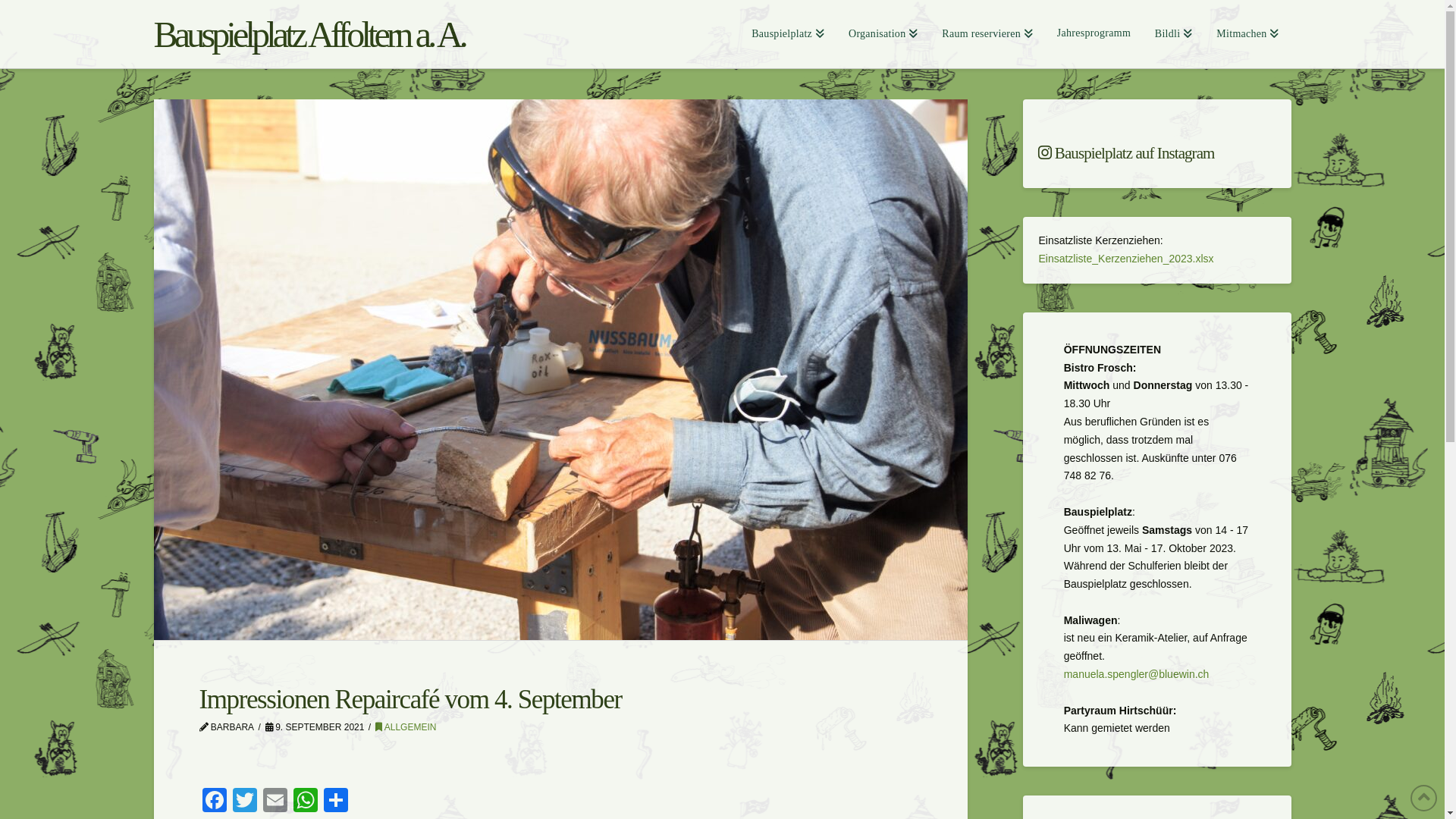  What do you see at coordinates (1172, 34) in the screenshot?
I see `'Bildli'` at bounding box center [1172, 34].